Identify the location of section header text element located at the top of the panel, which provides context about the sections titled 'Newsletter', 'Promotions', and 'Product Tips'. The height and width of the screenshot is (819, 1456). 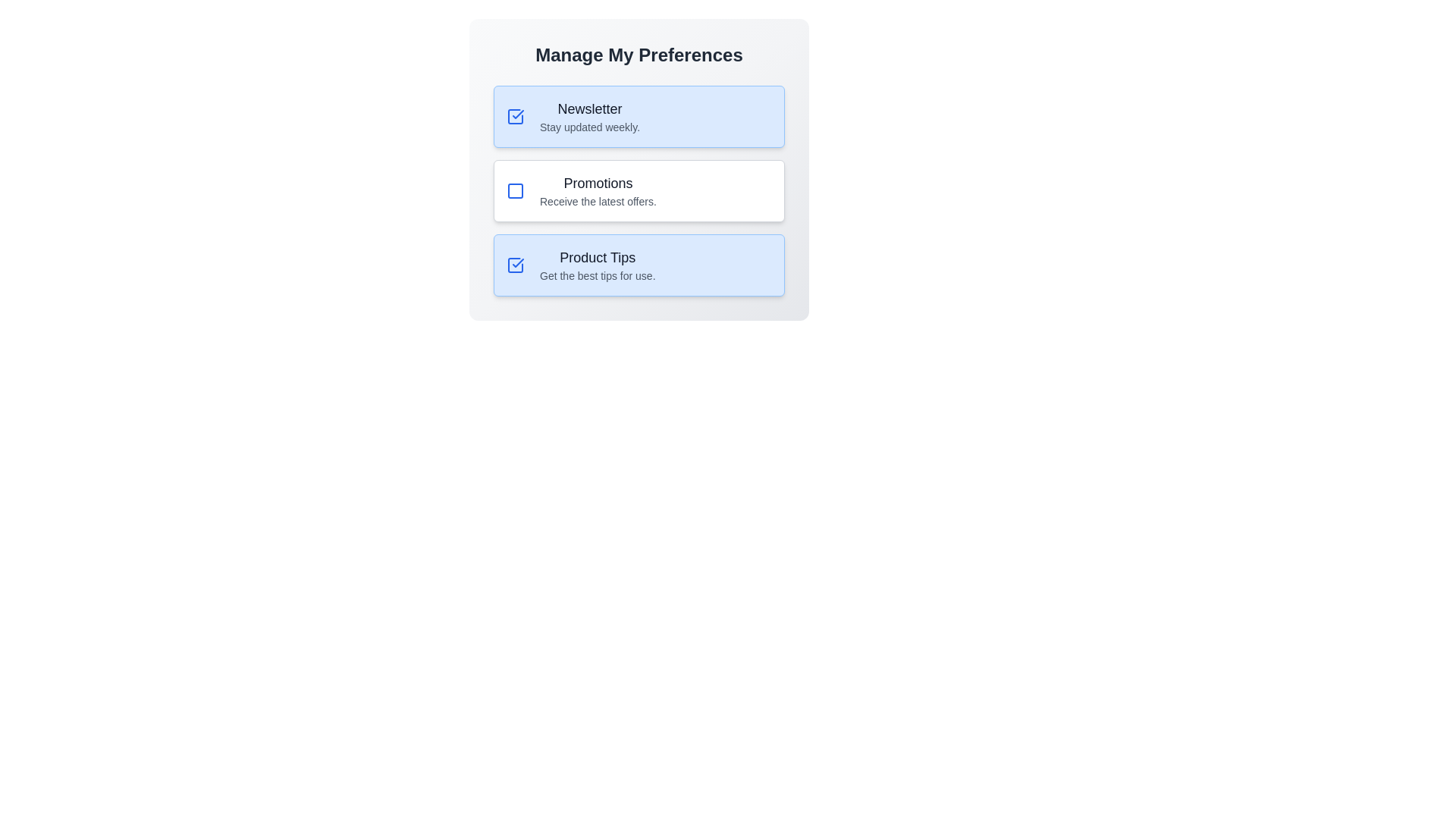
(639, 55).